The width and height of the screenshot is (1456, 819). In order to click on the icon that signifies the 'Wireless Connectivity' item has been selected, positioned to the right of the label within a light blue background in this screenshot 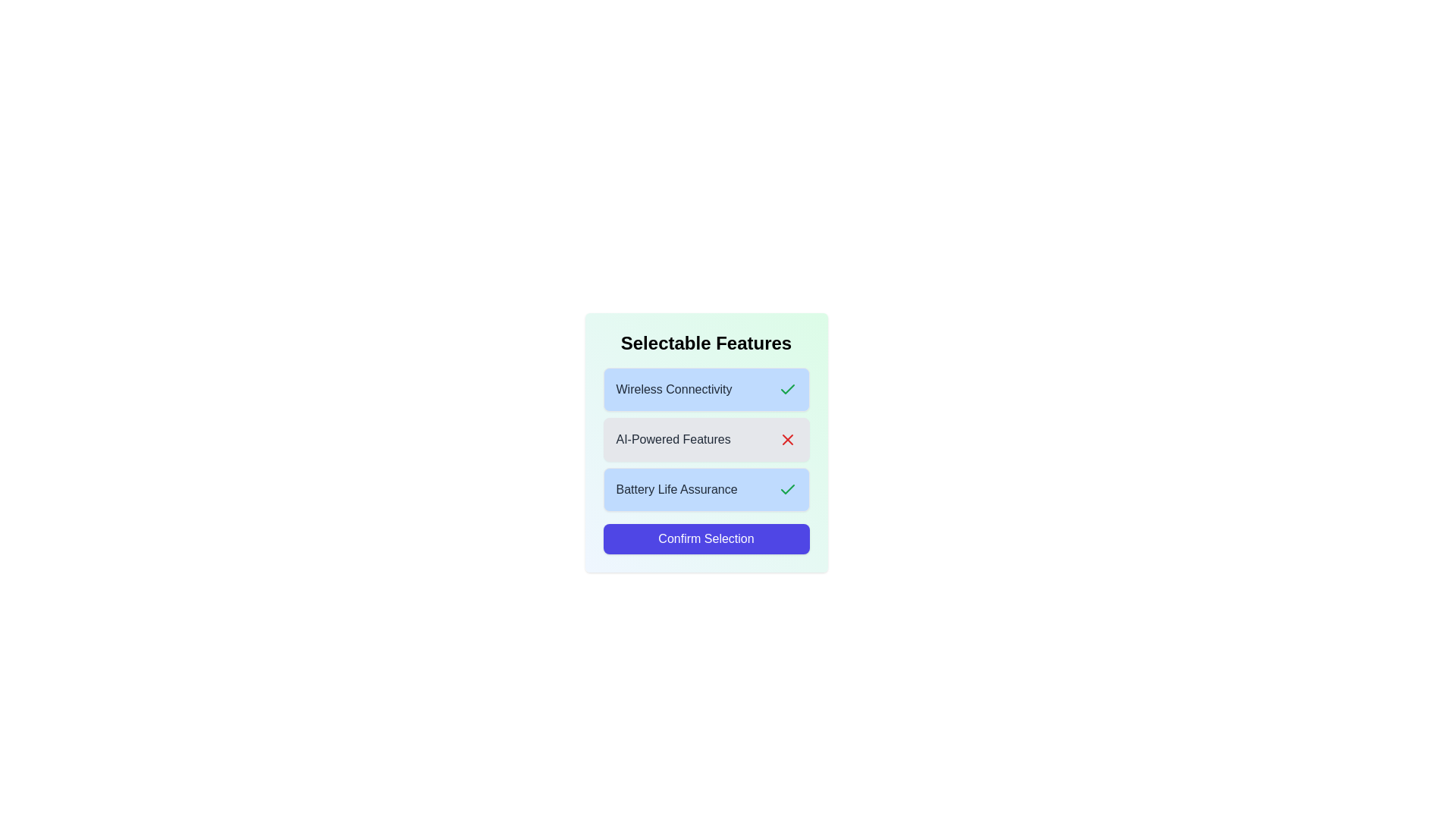, I will do `click(787, 388)`.